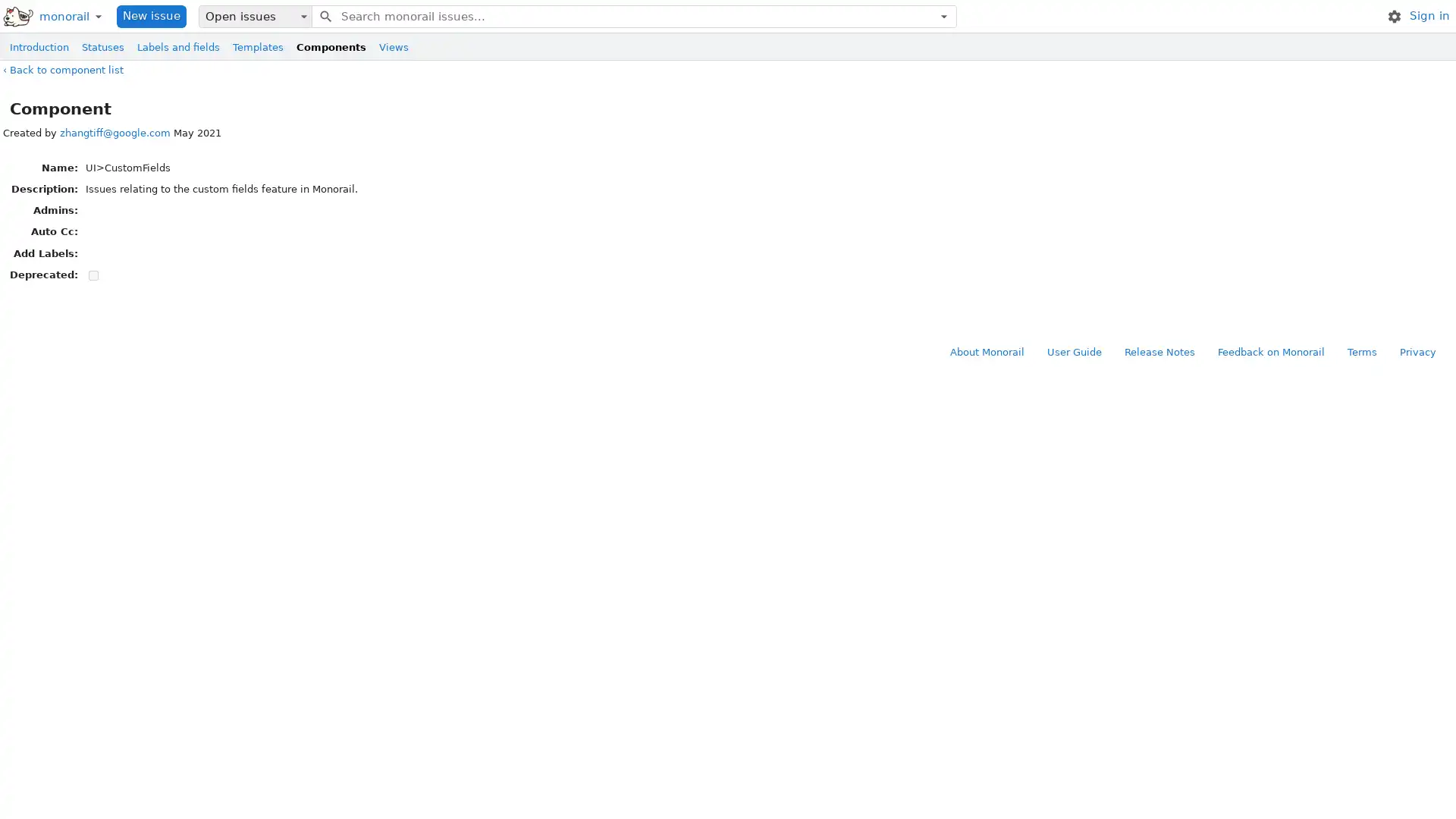 This screenshot has height=819, width=1456. I want to click on Search options, so click(943, 15).